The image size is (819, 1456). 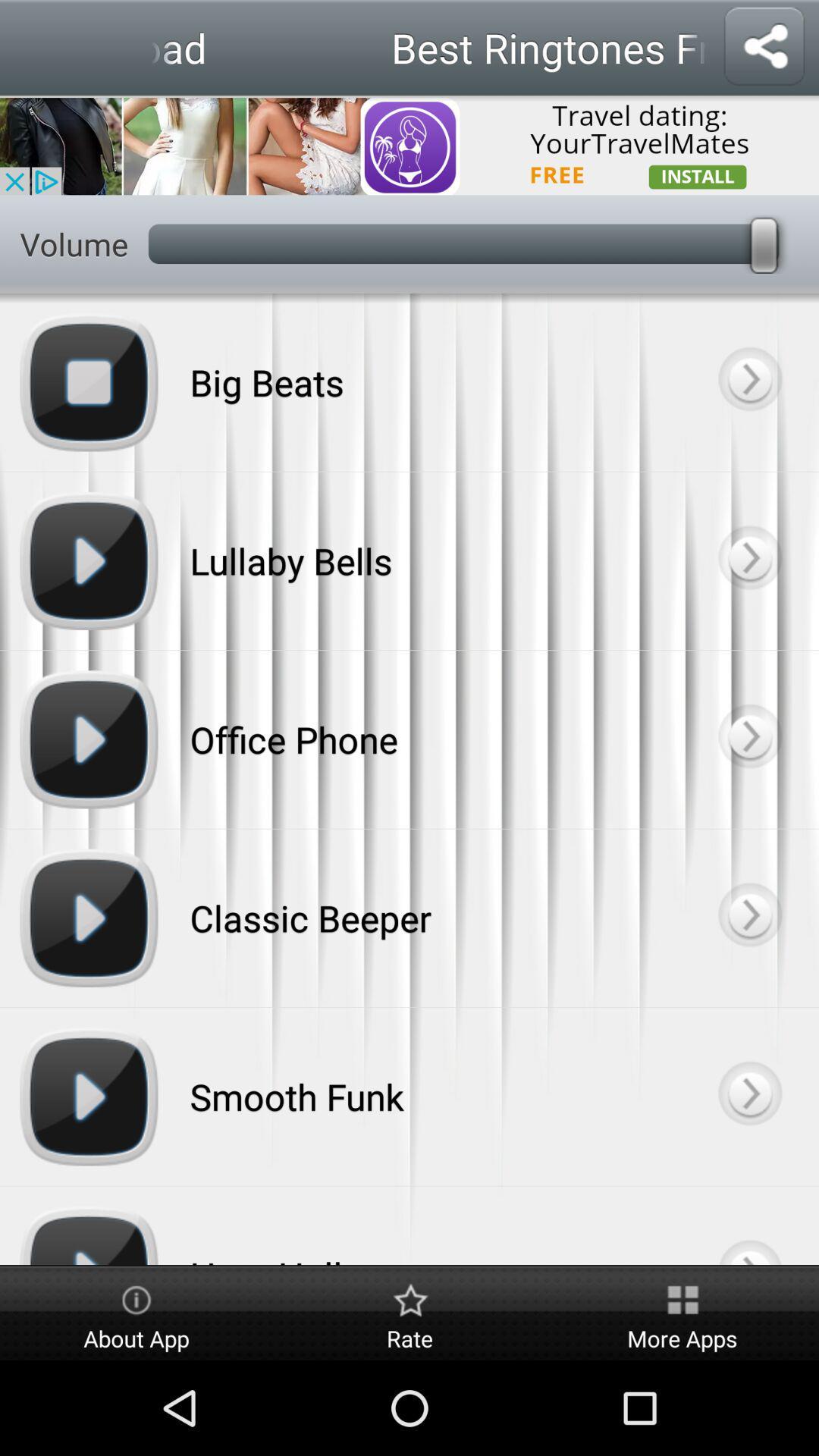 What do you see at coordinates (748, 739) in the screenshot?
I see `option` at bounding box center [748, 739].